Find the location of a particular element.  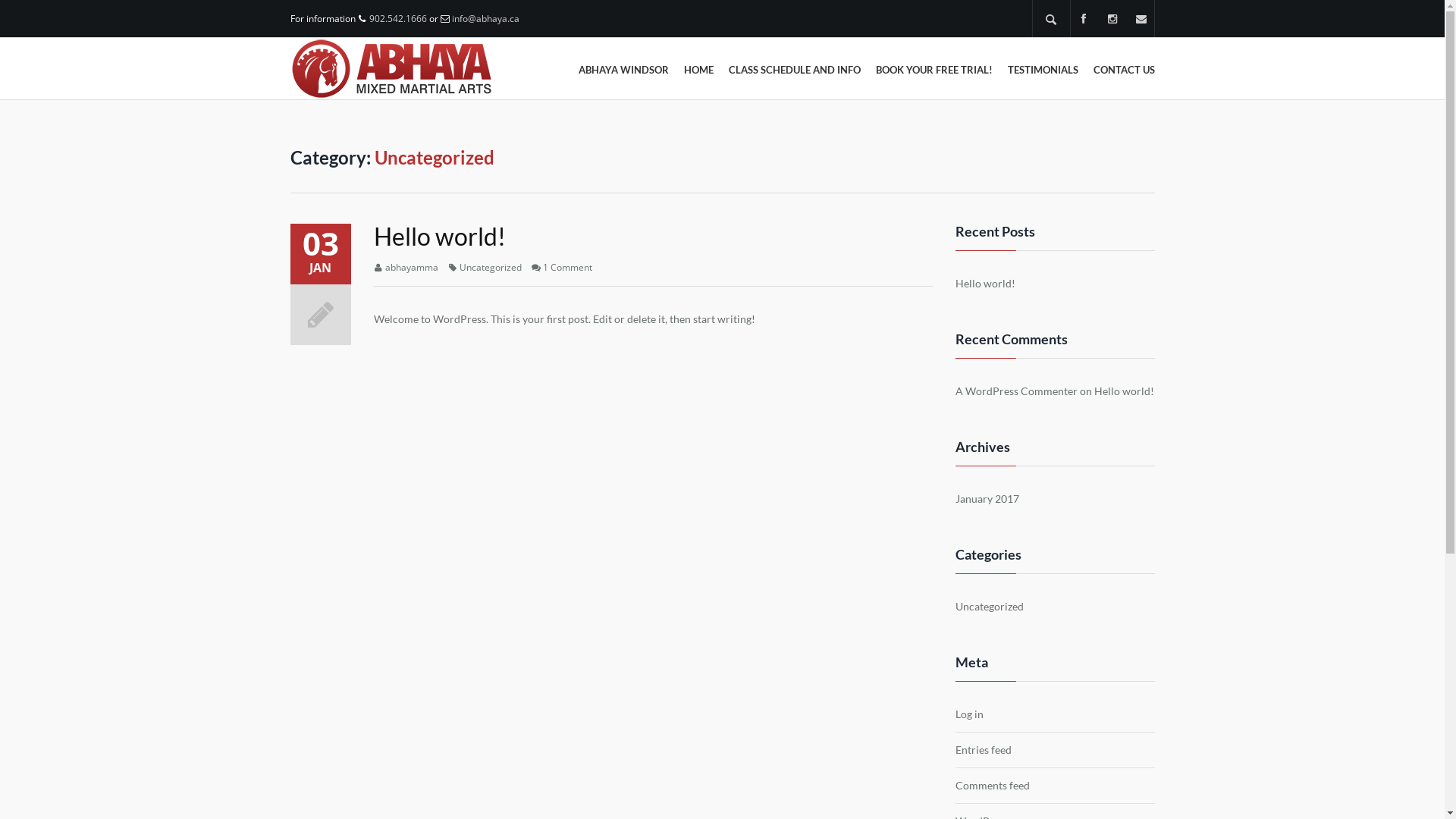

'info@abhaya.ca' is located at coordinates (450, 18).